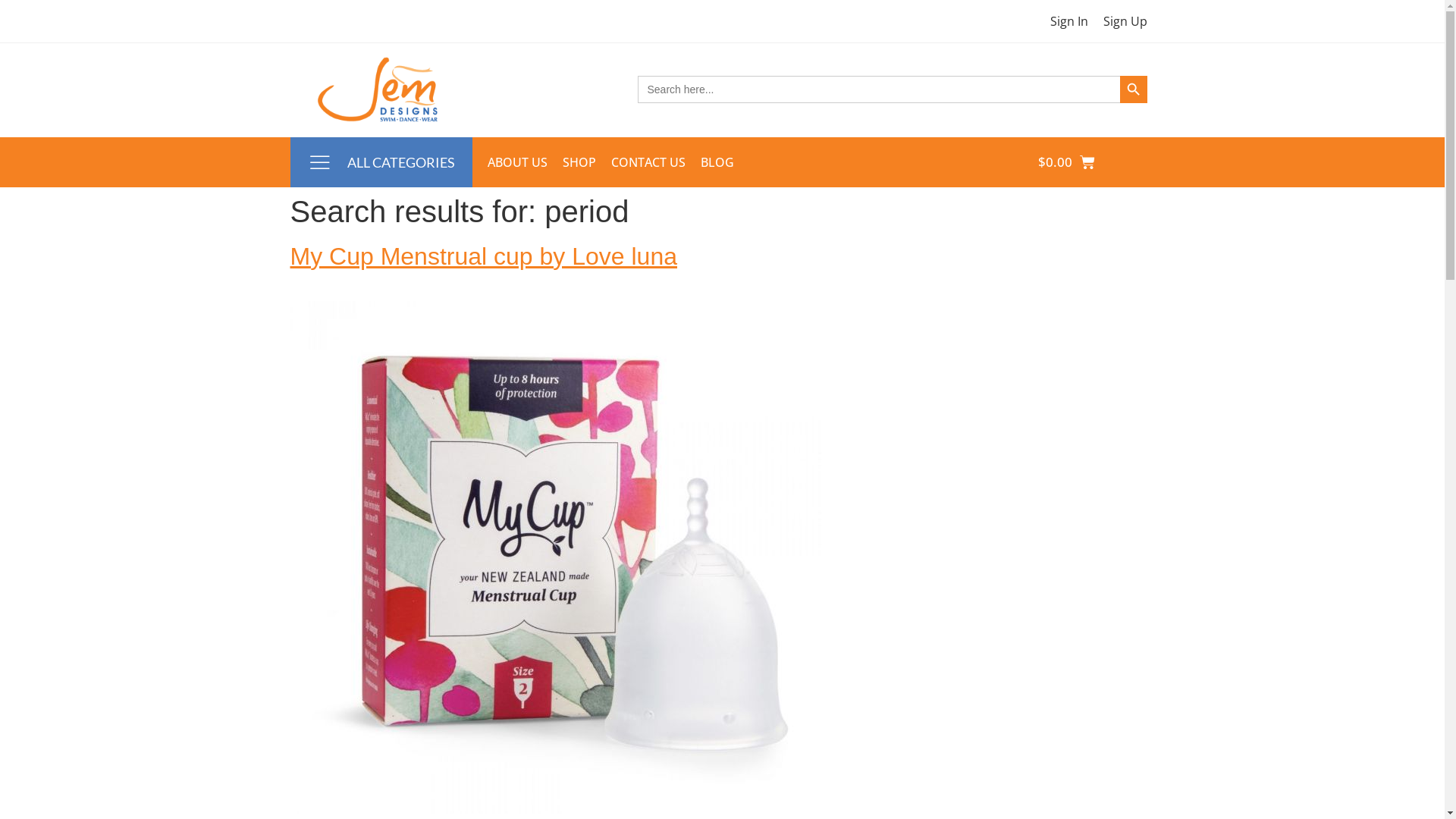 Image resolution: width=1456 pixels, height=819 pixels. What do you see at coordinates (648, 161) in the screenshot?
I see `'CONTACT US'` at bounding box center [648, 161].